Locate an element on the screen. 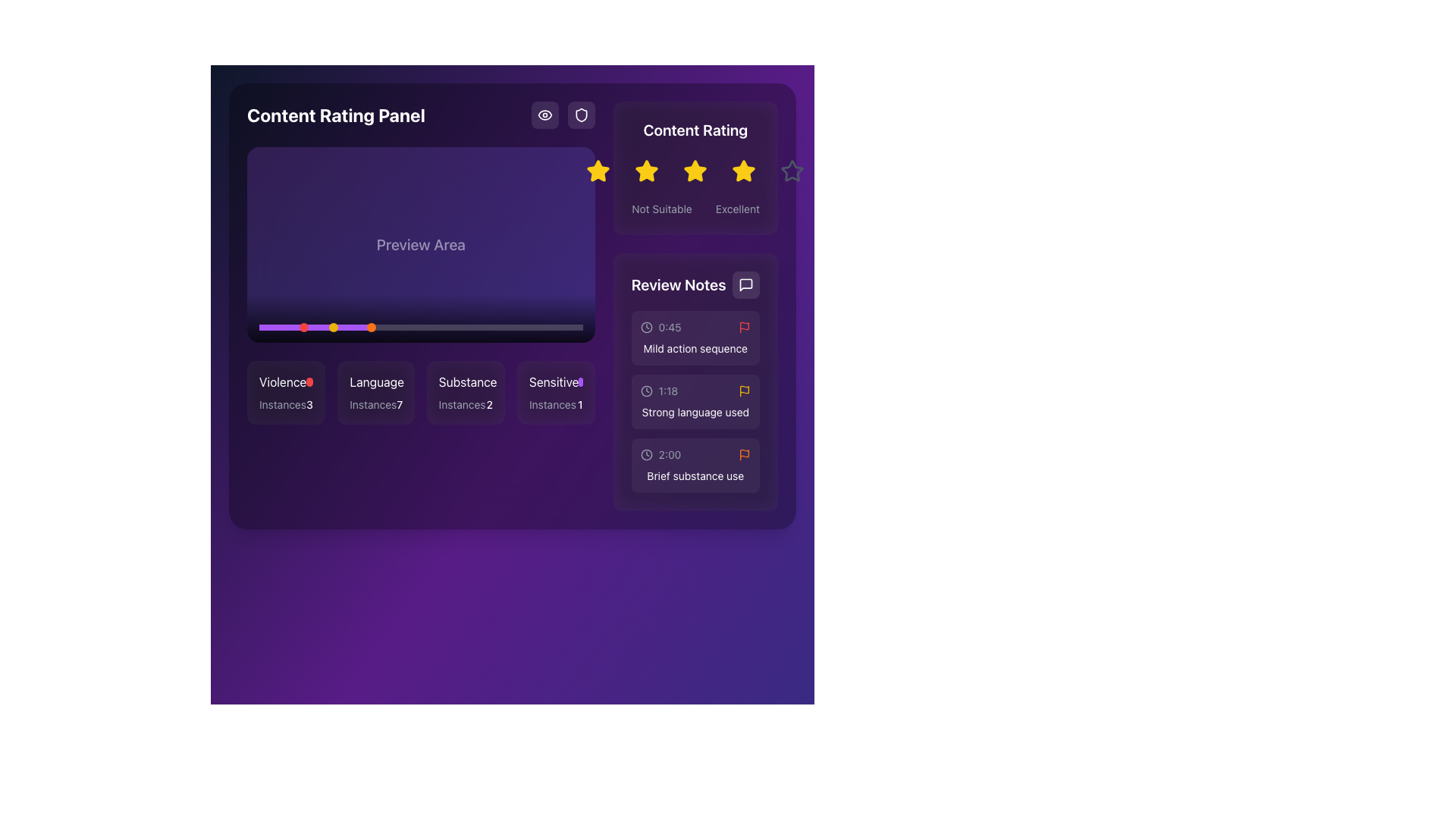 The height and width of the screenshot is (819, 1456). text from the Label/Text Display located in the lower left section of the interface, which is the first item in a horizontal list of similar elements is located at coordinates (283, 381).